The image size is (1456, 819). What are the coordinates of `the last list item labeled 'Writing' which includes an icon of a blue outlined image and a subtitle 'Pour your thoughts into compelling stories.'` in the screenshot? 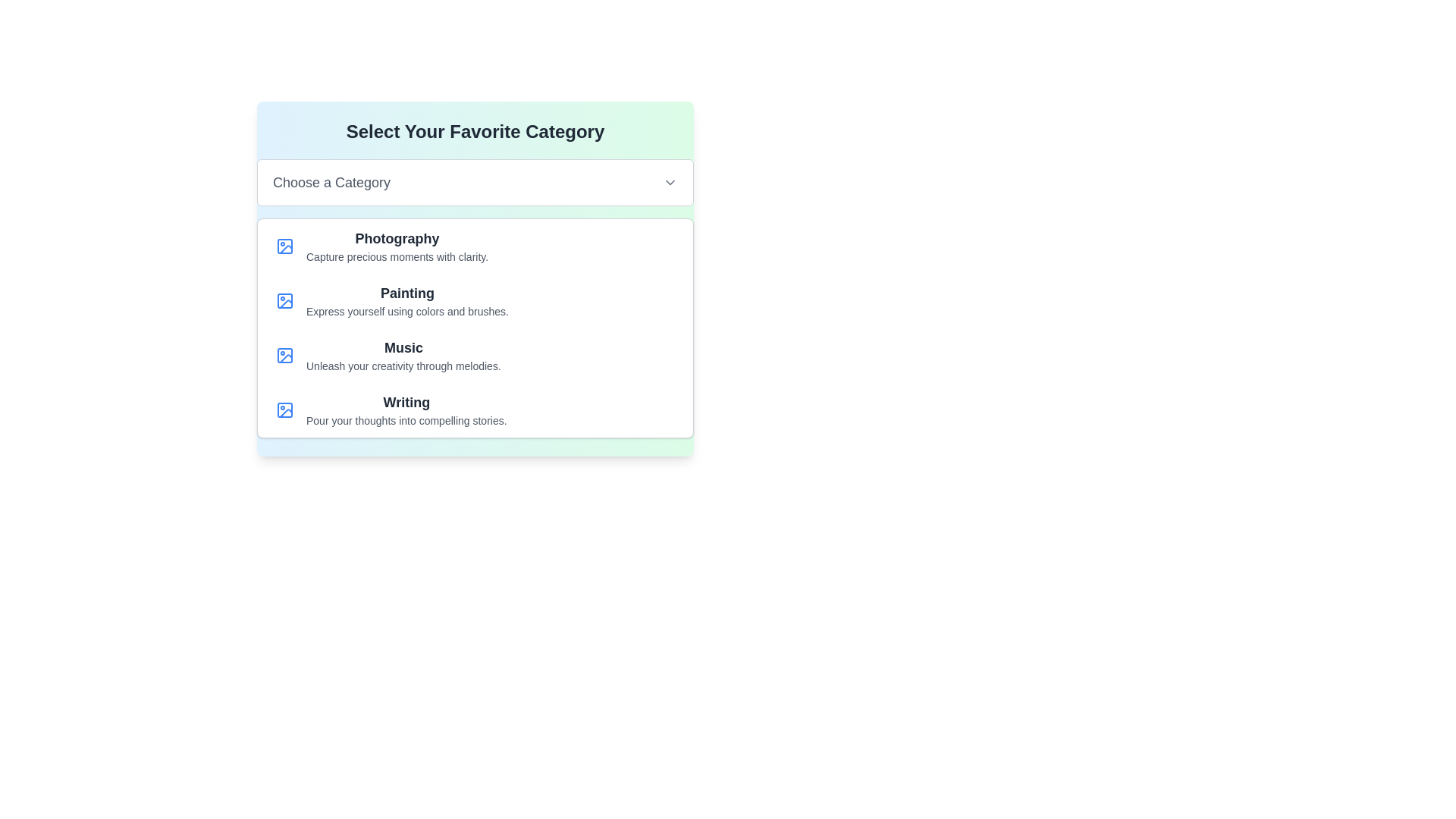 It's located at (475, 409).